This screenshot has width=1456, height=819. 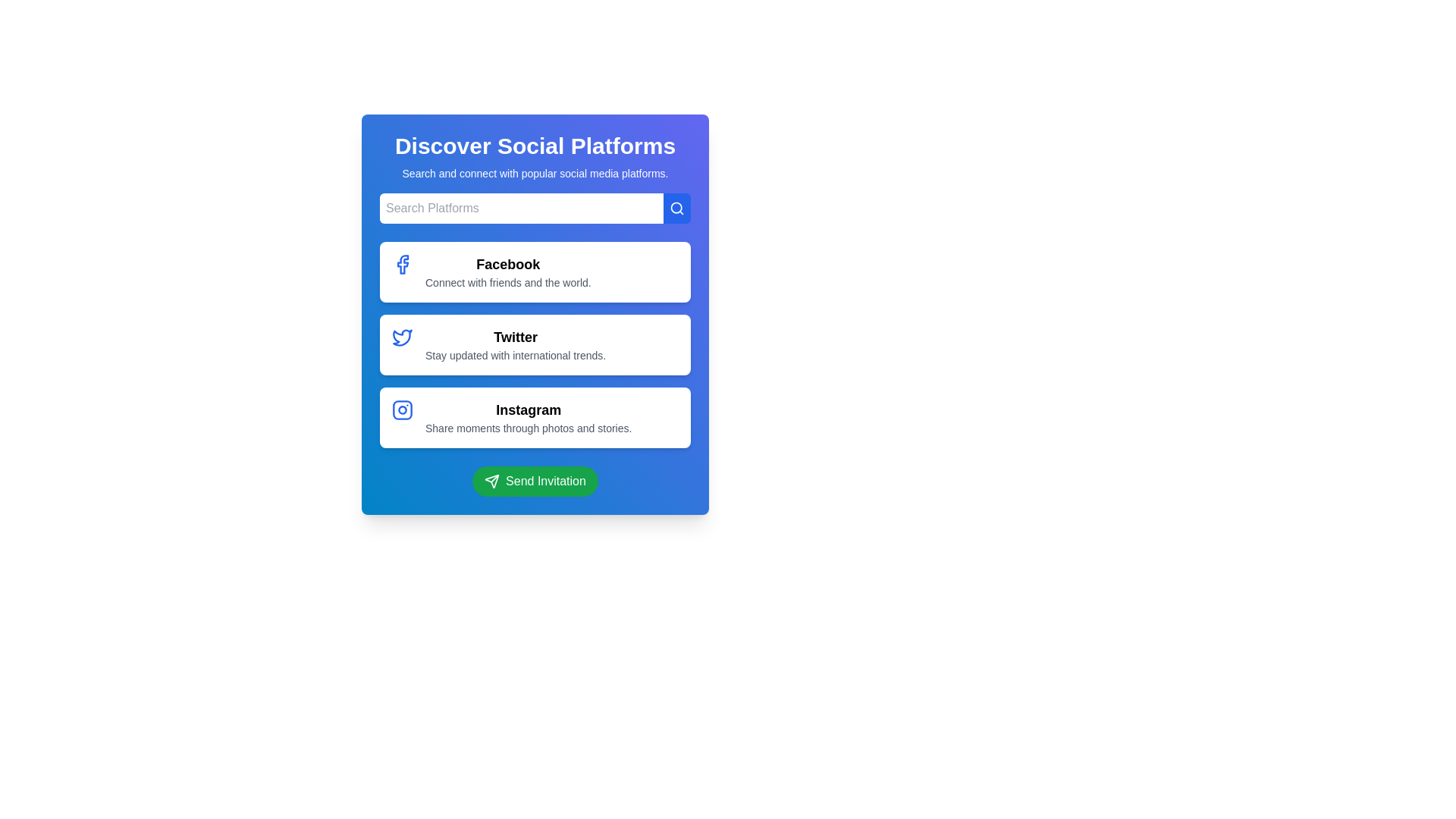 I want to click on the text label that says 'Share moments through photos and stories.' located under the bold 'Instagram' text in the Instagram section of the UI, so click(x=529, y=428).